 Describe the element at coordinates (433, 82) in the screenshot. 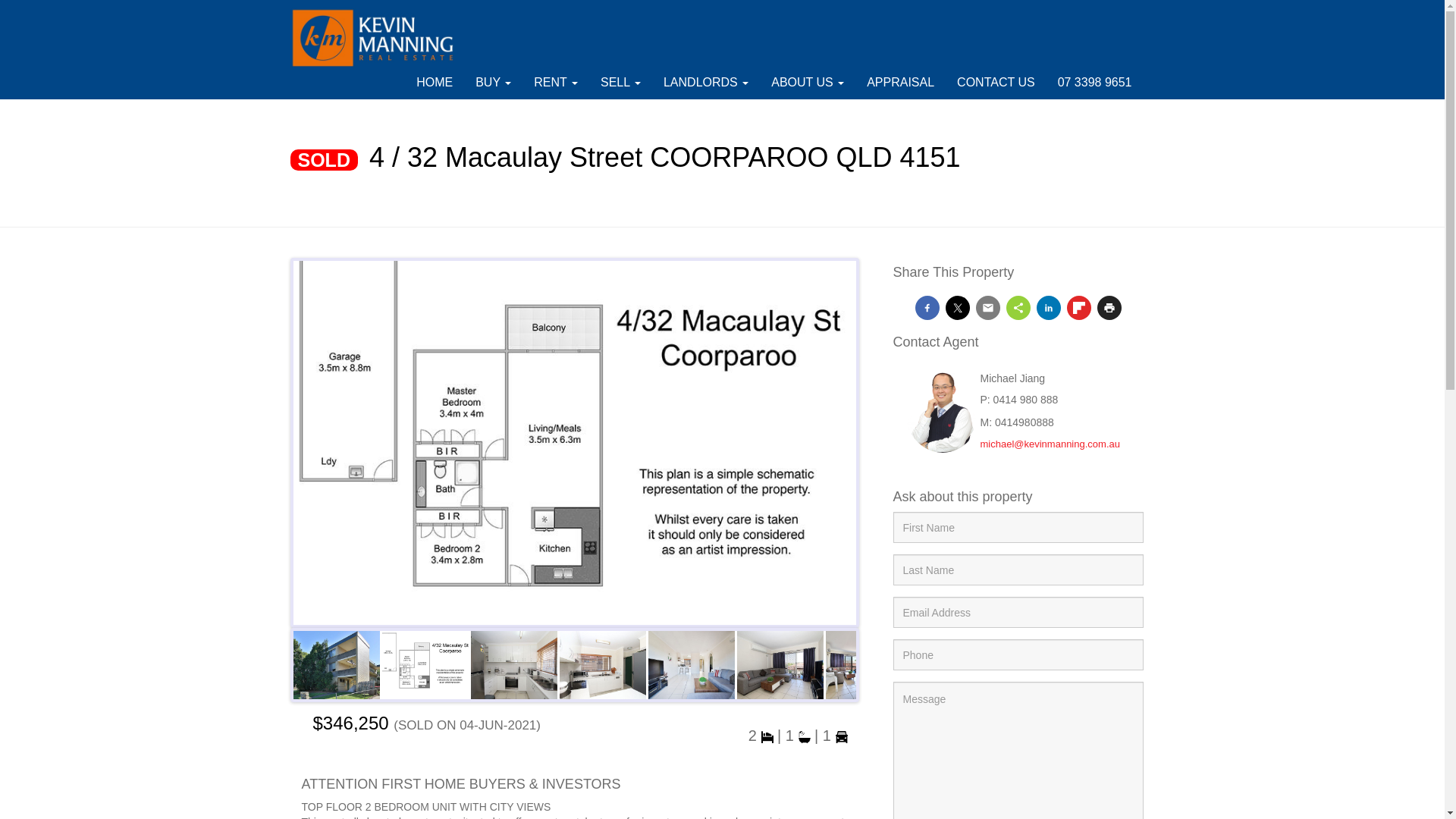

I see `'HOME'` at that location.